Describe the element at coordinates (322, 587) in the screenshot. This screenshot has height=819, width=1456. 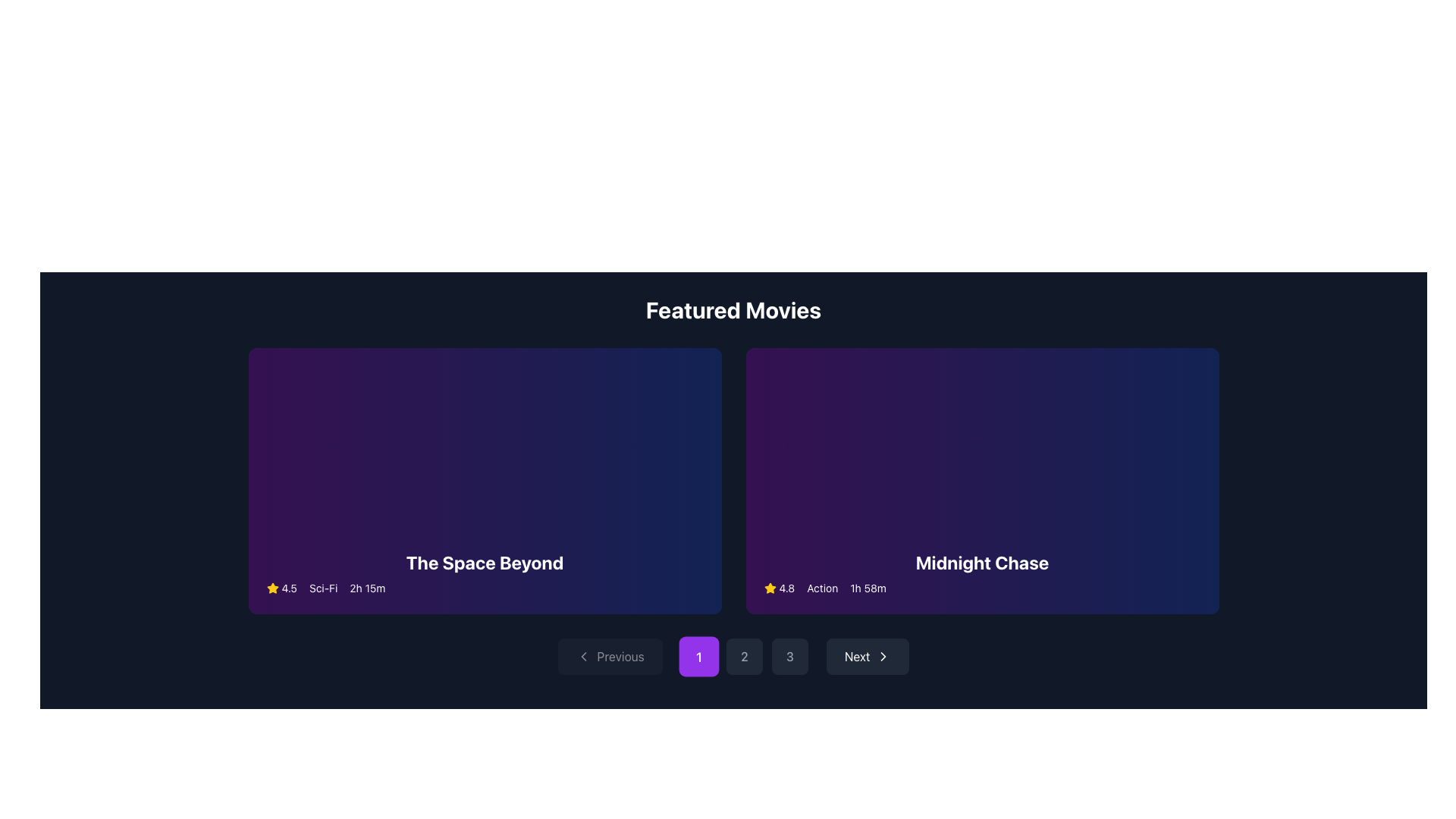
I see `the text label displaying 'Sci-Fi', which is positioned between a star-rating indicator and a movie duration label` at that location.